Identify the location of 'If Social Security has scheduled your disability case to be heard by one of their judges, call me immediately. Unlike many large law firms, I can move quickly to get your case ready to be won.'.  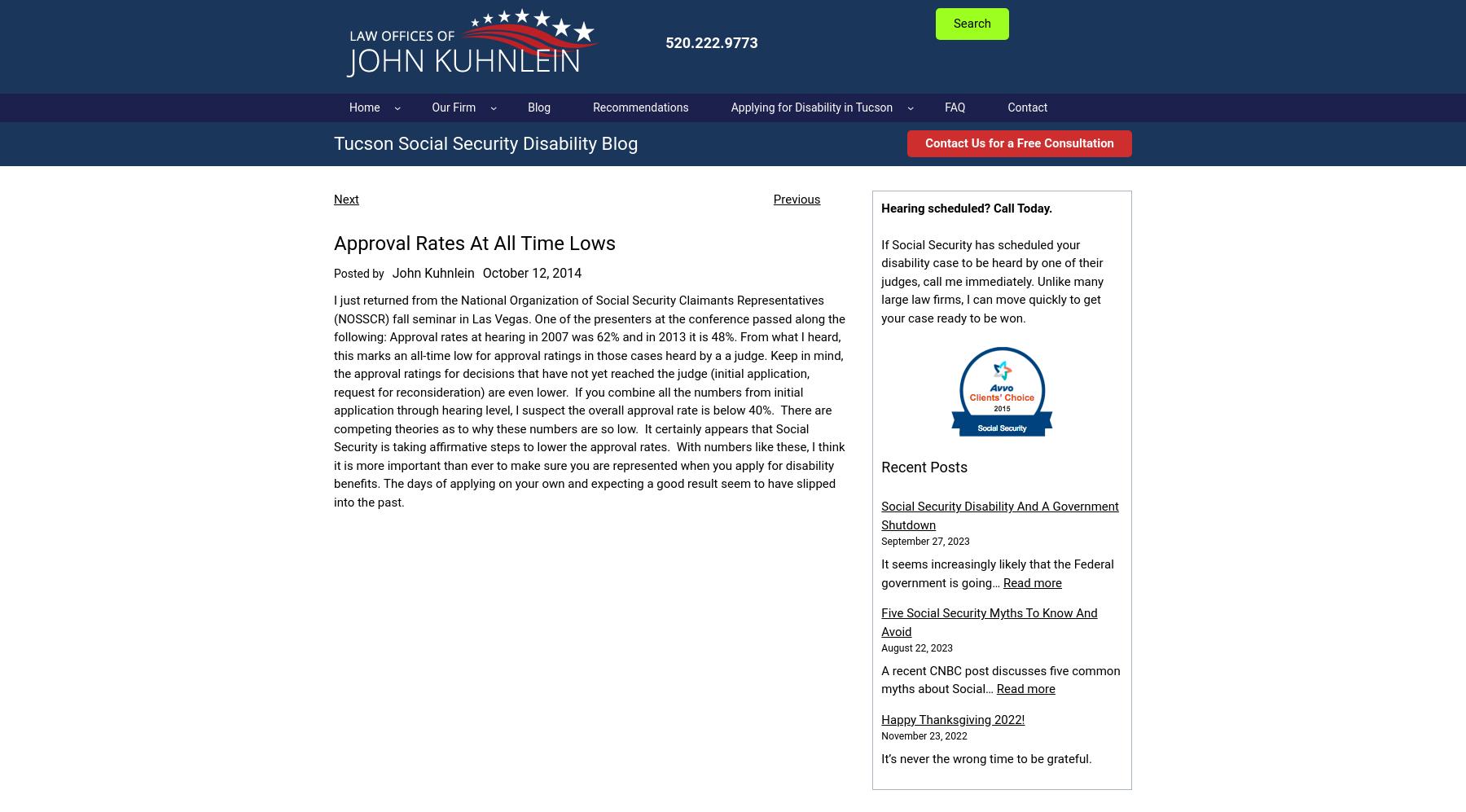
(880, 279).